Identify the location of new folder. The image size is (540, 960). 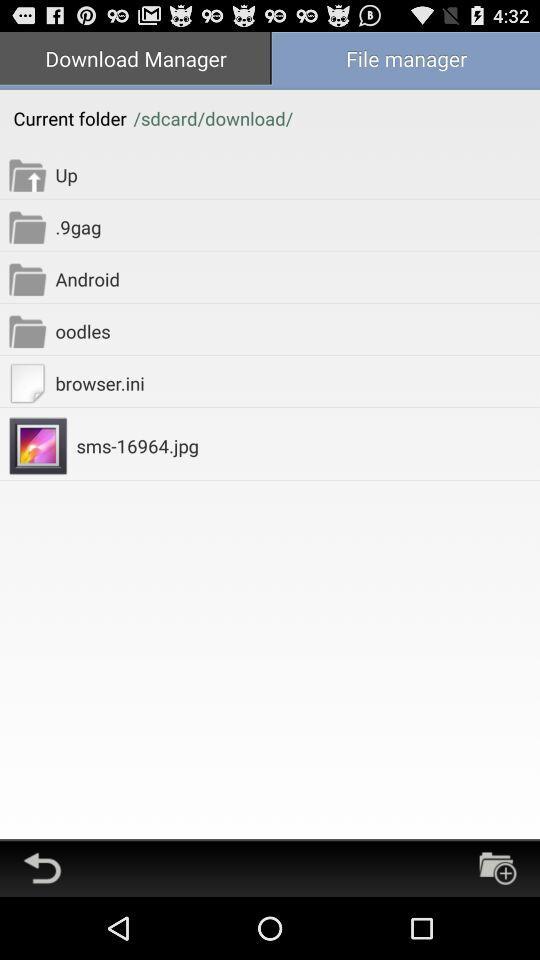
(496, 867).